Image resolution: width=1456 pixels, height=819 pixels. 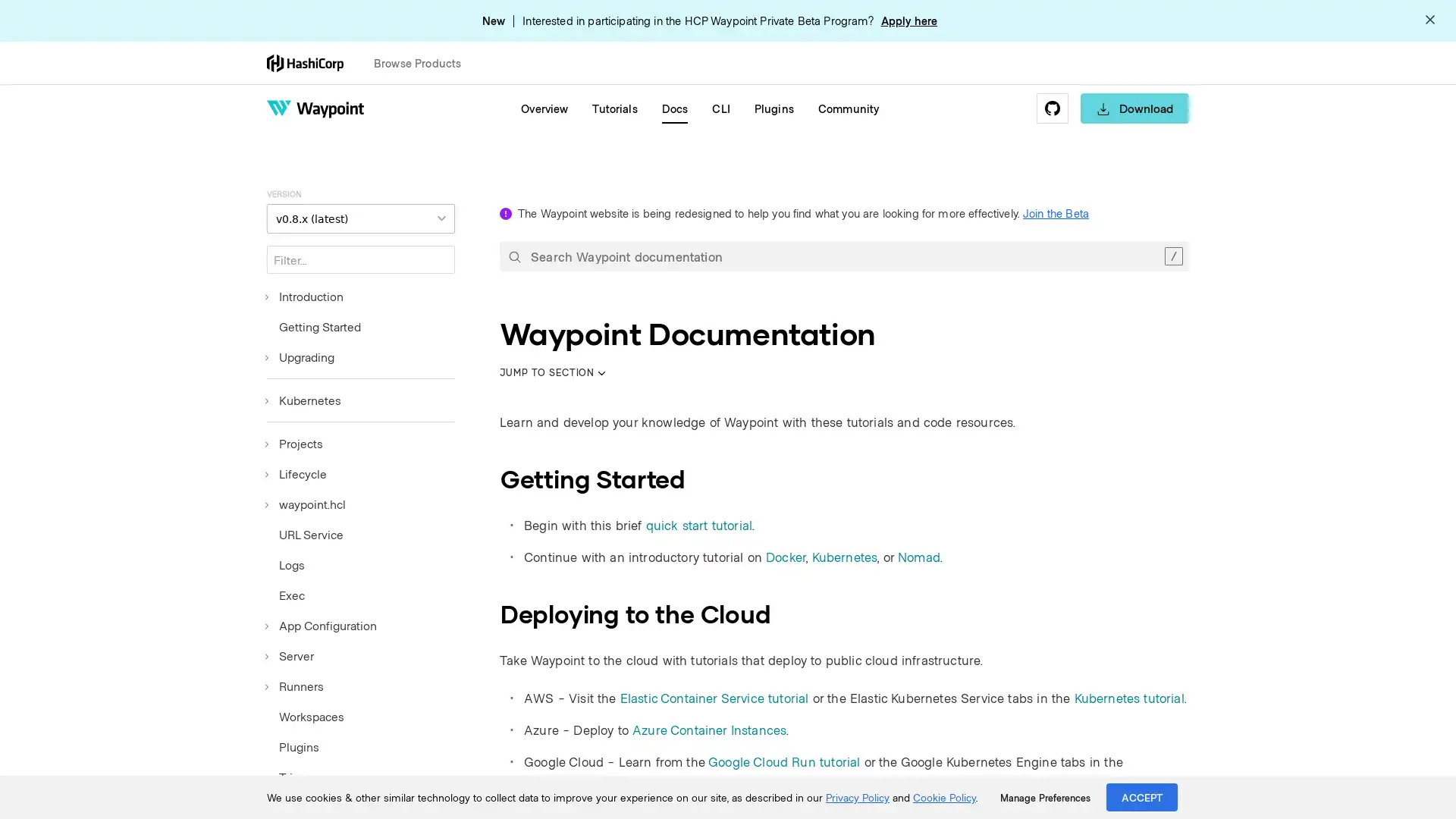 I want to click on Submit your search query., so click(x=514, y=256).